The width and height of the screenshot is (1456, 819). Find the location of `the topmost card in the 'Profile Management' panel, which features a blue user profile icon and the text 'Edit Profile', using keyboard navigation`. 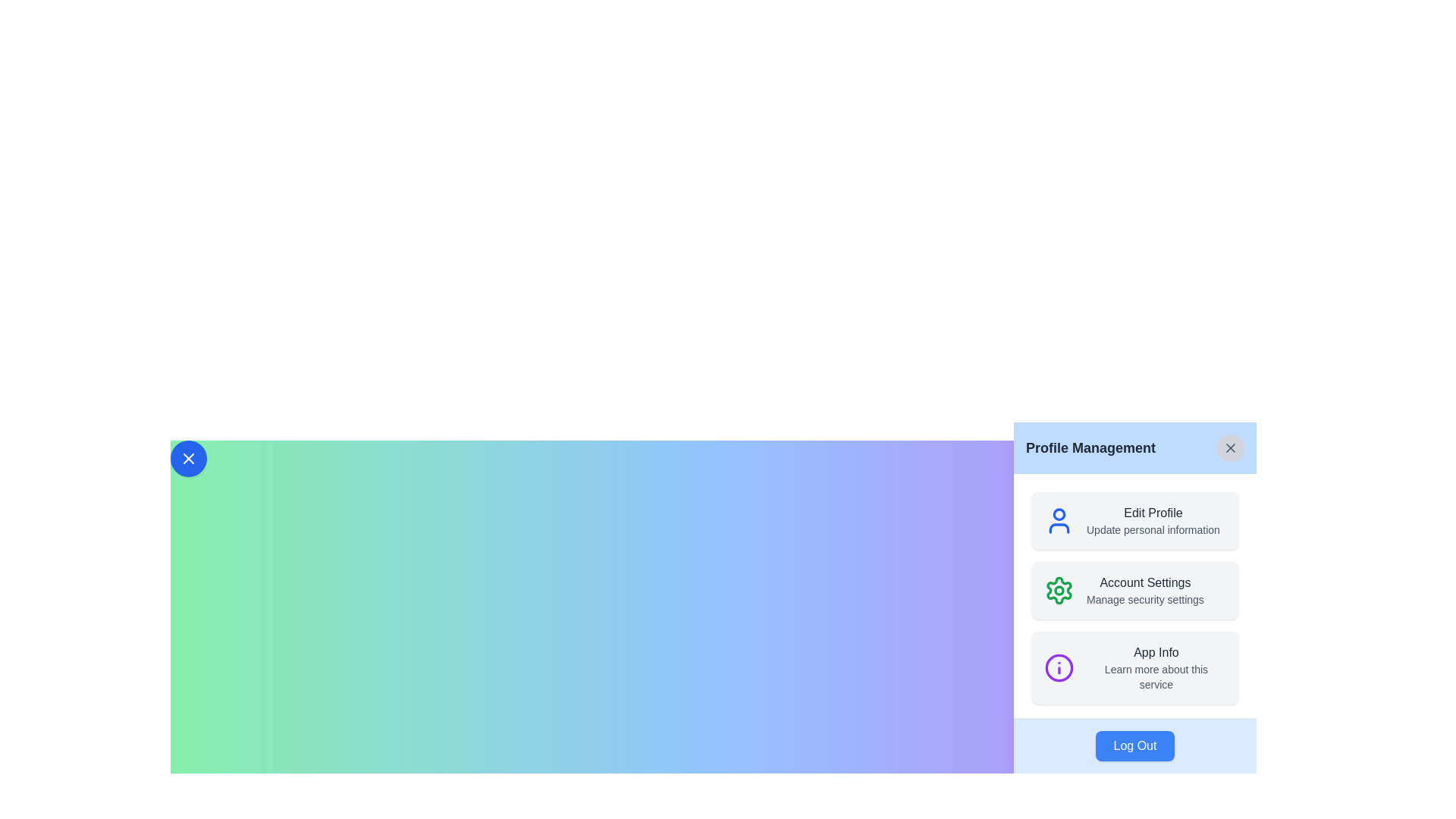

the topmost card in the 'Profile Management' panel, which features a blue user profile icon and the text 'Edit Profile', using keyboard navigation is located at coordinates (1135, 519).